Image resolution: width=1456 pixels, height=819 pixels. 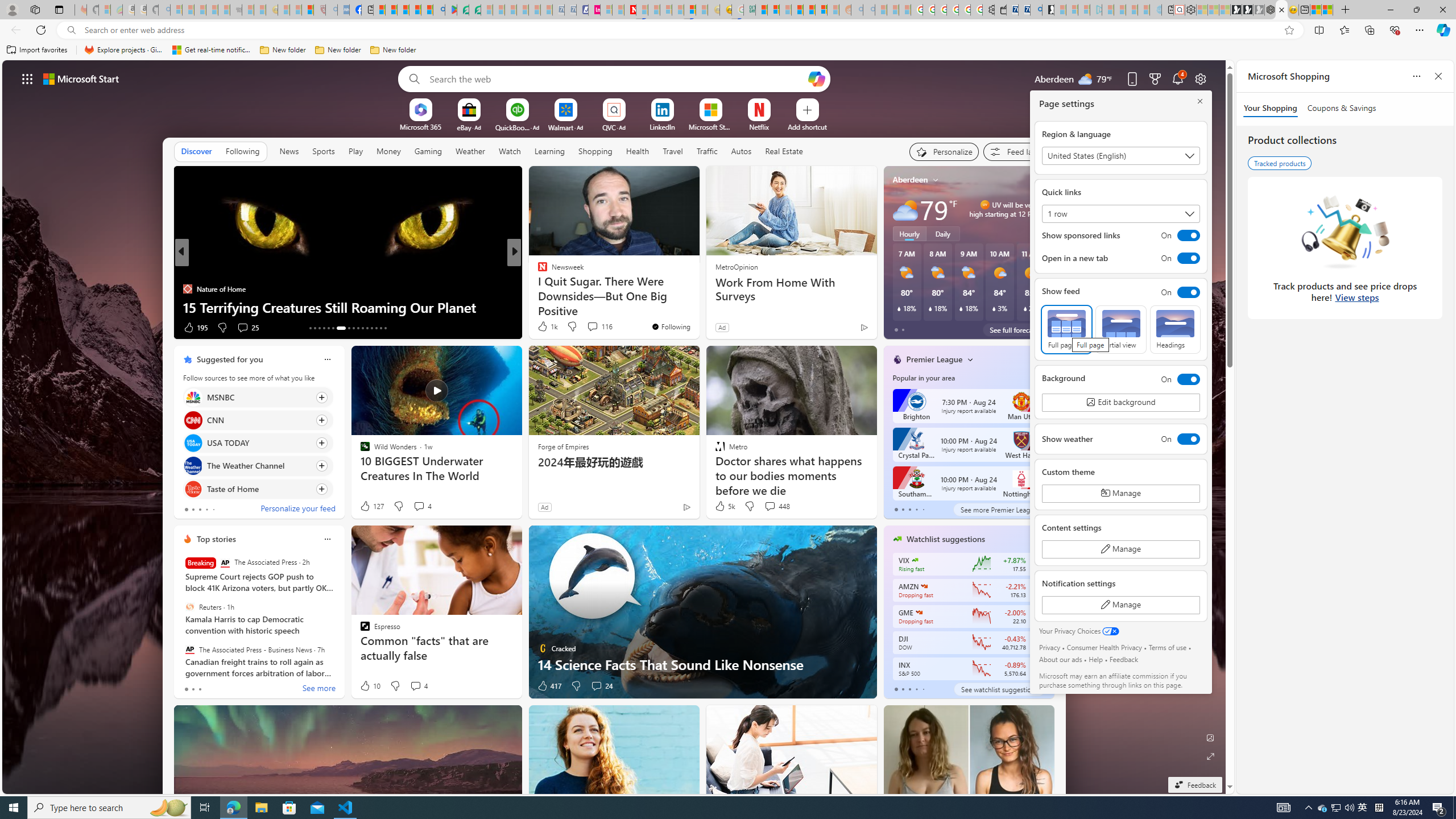 I want to click on 'Expand background', so click(x=1210, y=756).